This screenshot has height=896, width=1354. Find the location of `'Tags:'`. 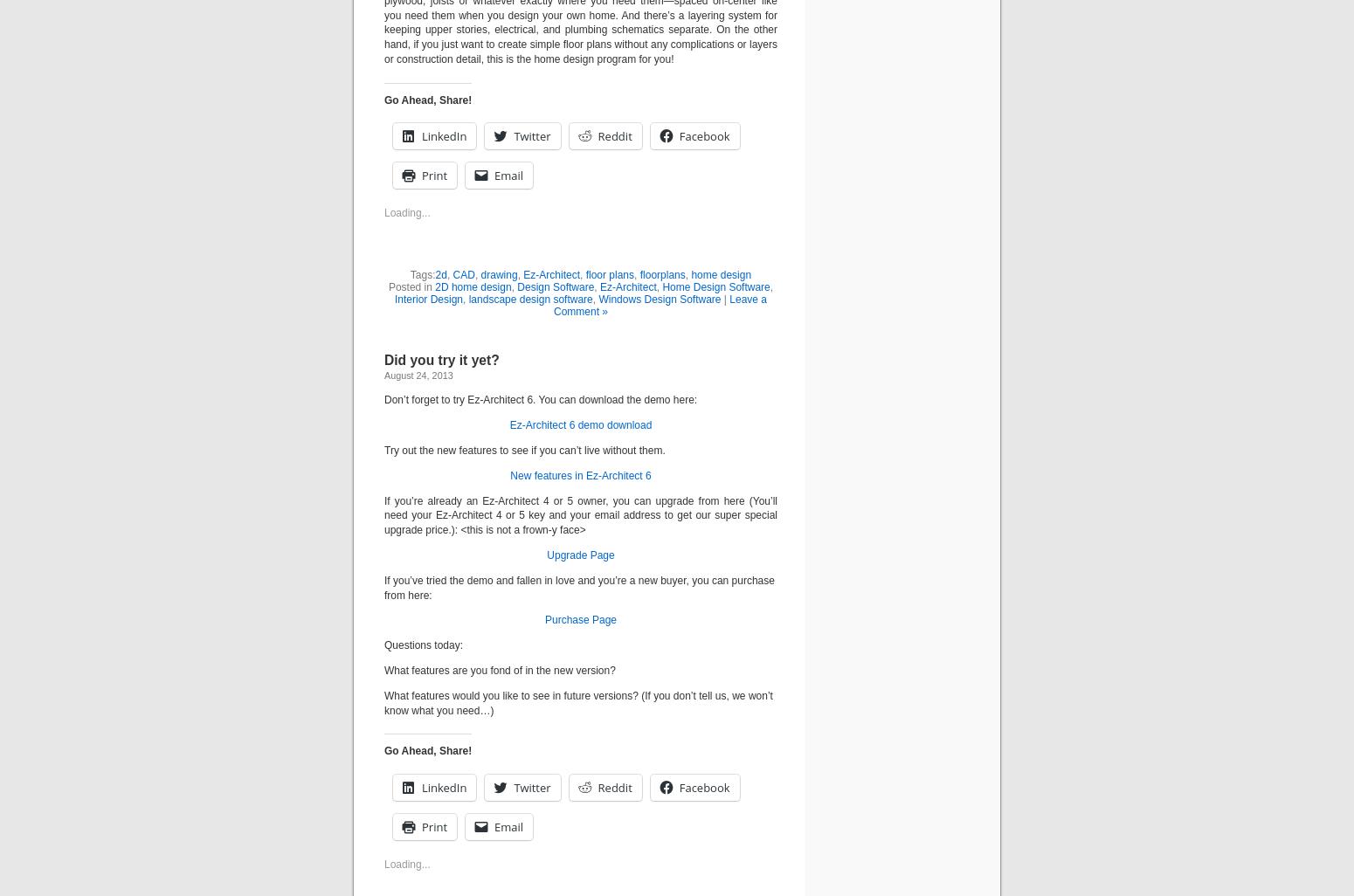

'Tags:' is located at coordinates (409, 274).